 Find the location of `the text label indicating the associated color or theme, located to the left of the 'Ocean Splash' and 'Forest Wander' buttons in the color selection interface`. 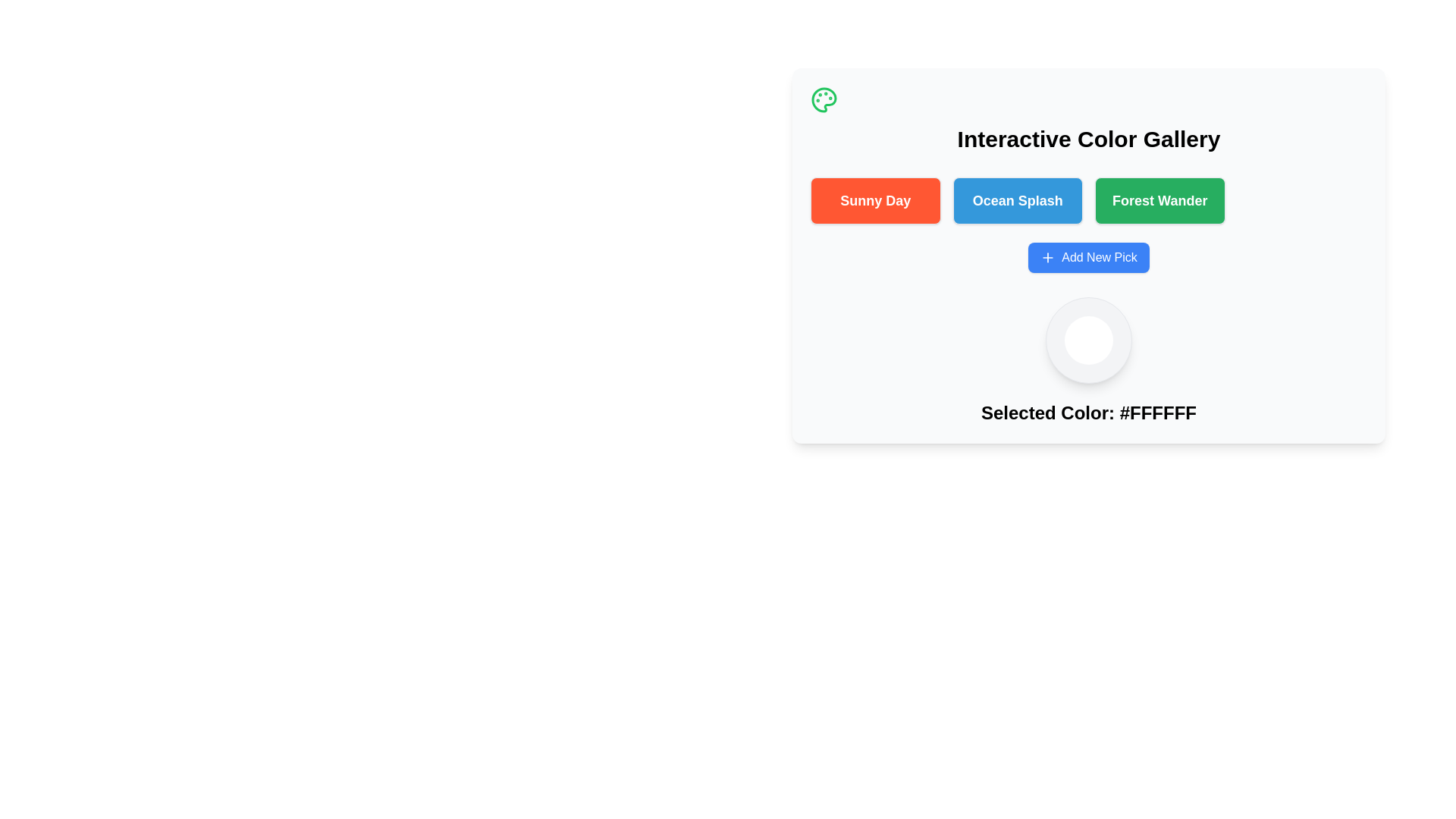

the text label indicating the associated color or theme, located to the left of the 'Ocean Splash' and 'Forest Wander' buttons in the color selection interface is located at coordinates (875, 200).